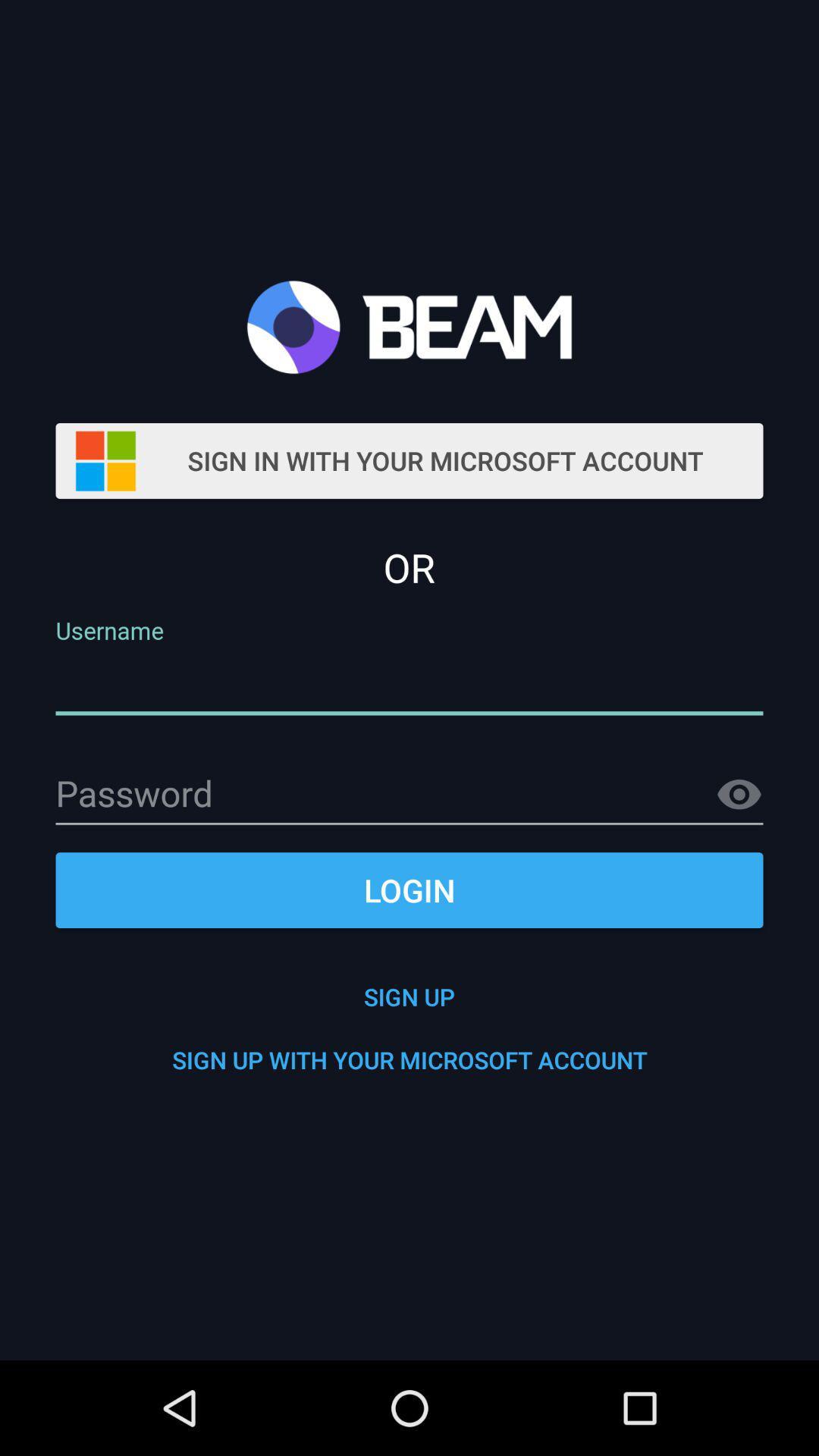 The width and height of the screenshot is (819, 1456). Describe the element at coordinates (409, 683) in the screenshot. I see `username input field` at that location.